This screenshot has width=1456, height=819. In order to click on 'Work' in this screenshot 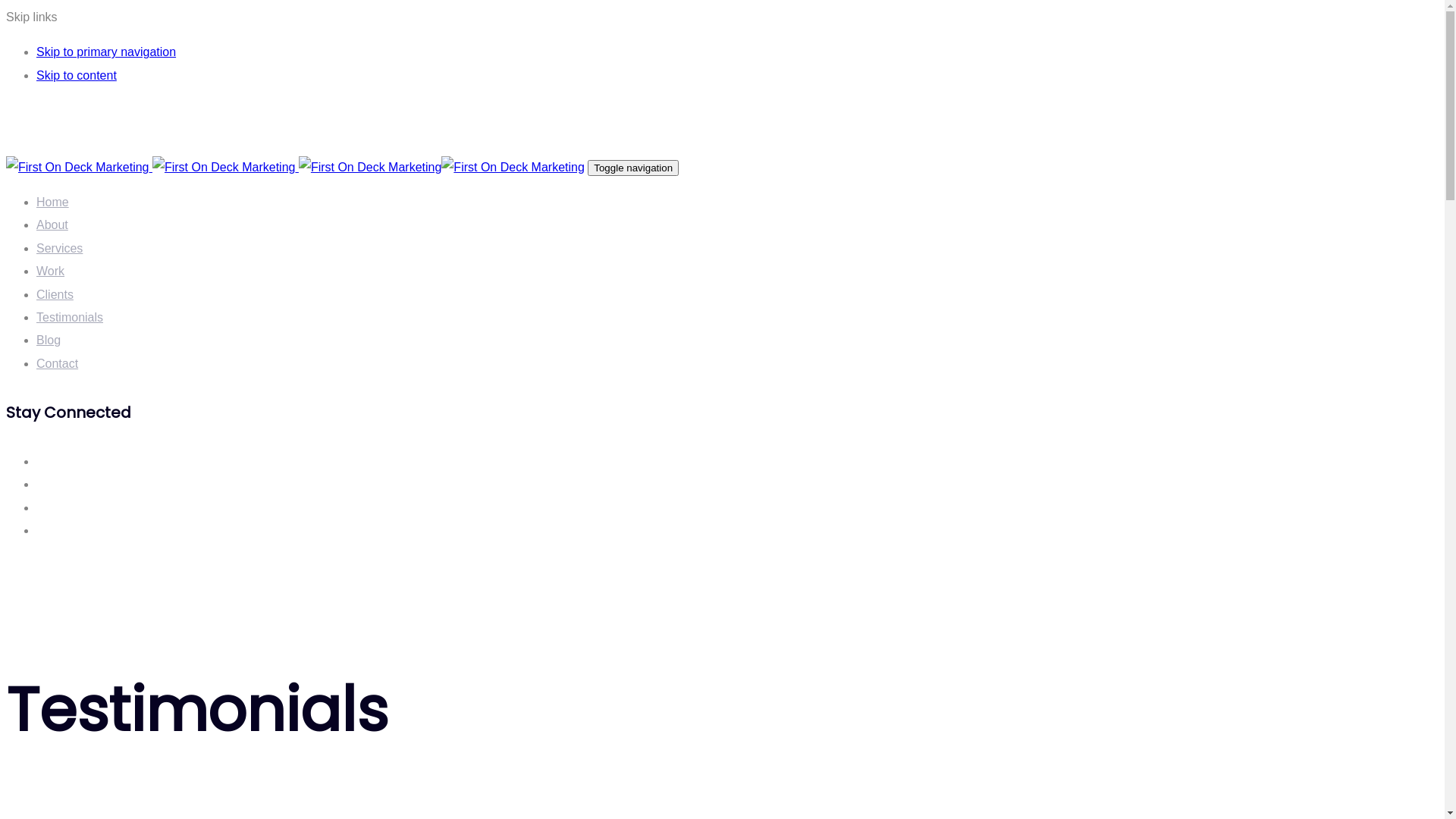, I will do `click(36, 270)`.